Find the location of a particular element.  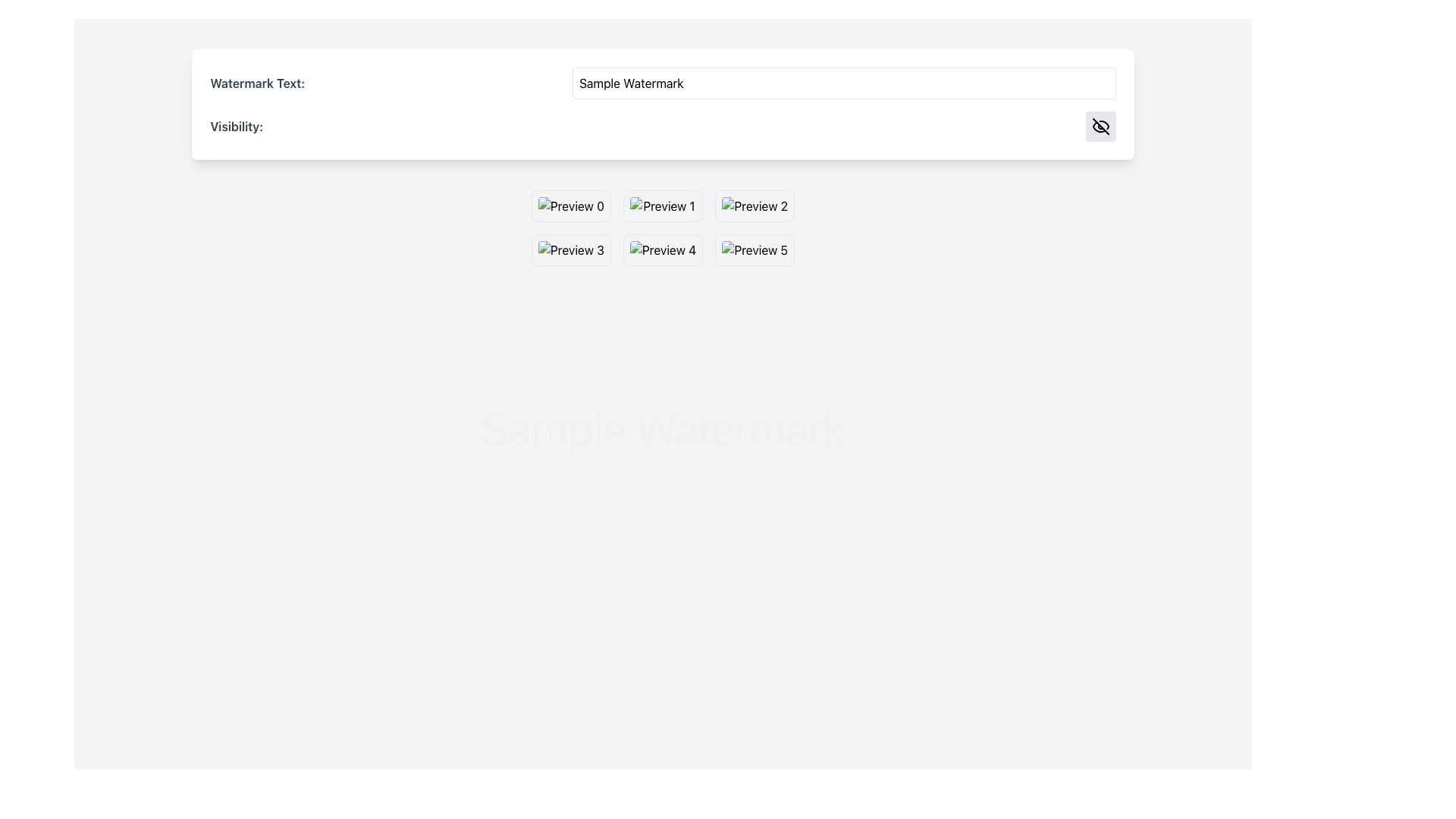

the image thumbnail located in the second row, third column of the grid, which displays a preview text below the image is located at coordinates (755, 249).